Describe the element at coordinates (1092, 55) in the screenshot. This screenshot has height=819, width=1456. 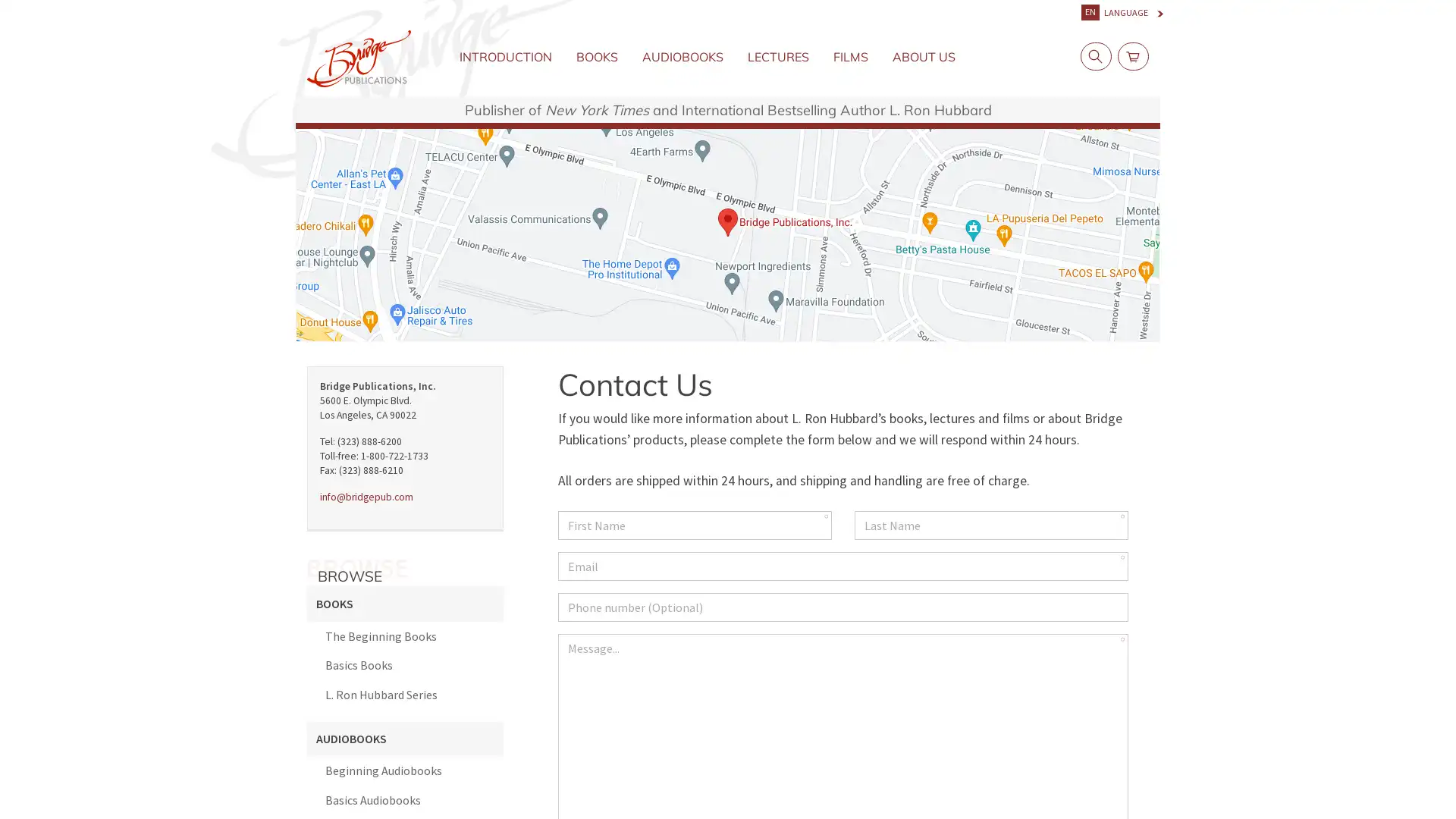
I see `Search W` at that location.